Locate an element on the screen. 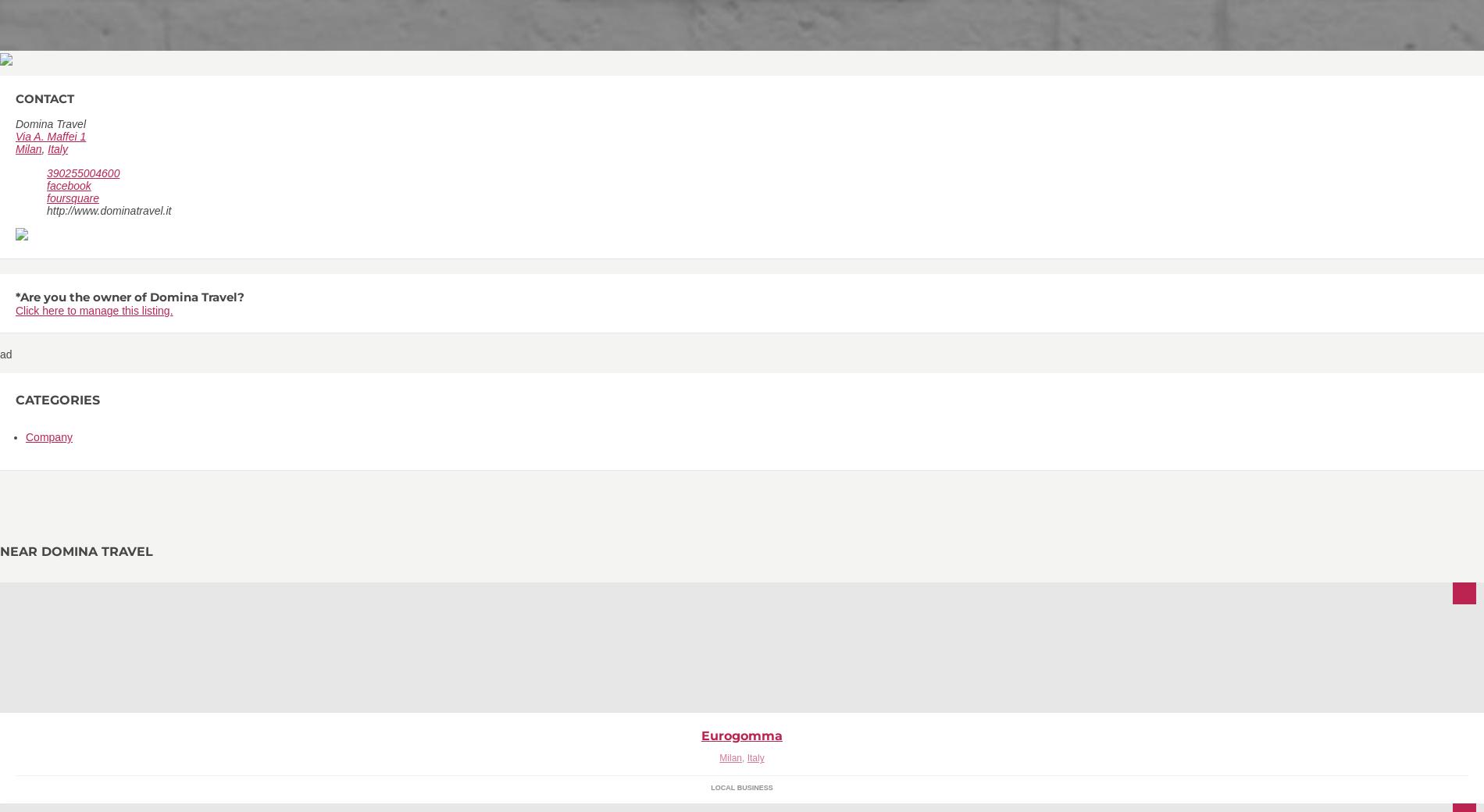 The image size is (1484, 812). 'http://www.dominatravel.it' is located at coordinates (109, 209).